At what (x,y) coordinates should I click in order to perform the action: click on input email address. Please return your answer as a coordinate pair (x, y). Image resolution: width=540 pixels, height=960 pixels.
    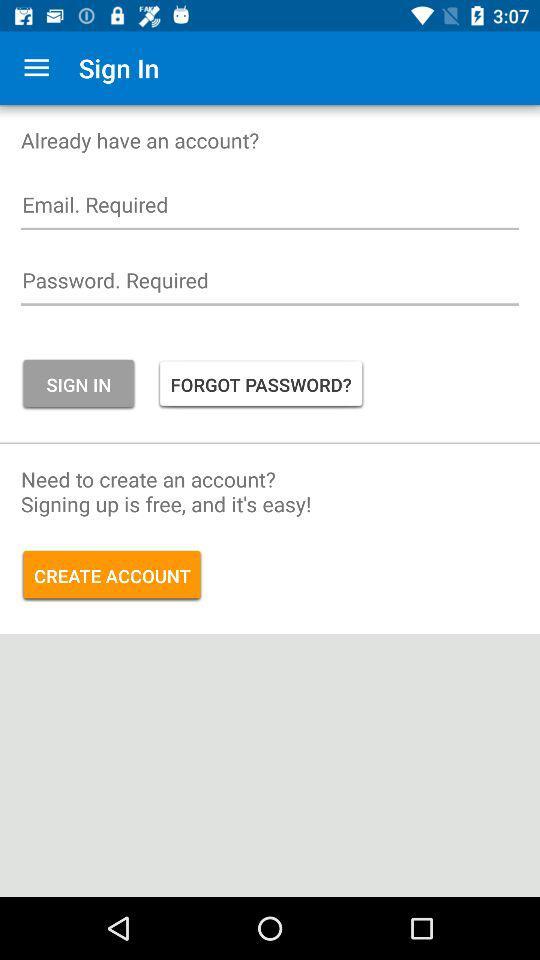
    Looking at the image, I should click on (270, 210).